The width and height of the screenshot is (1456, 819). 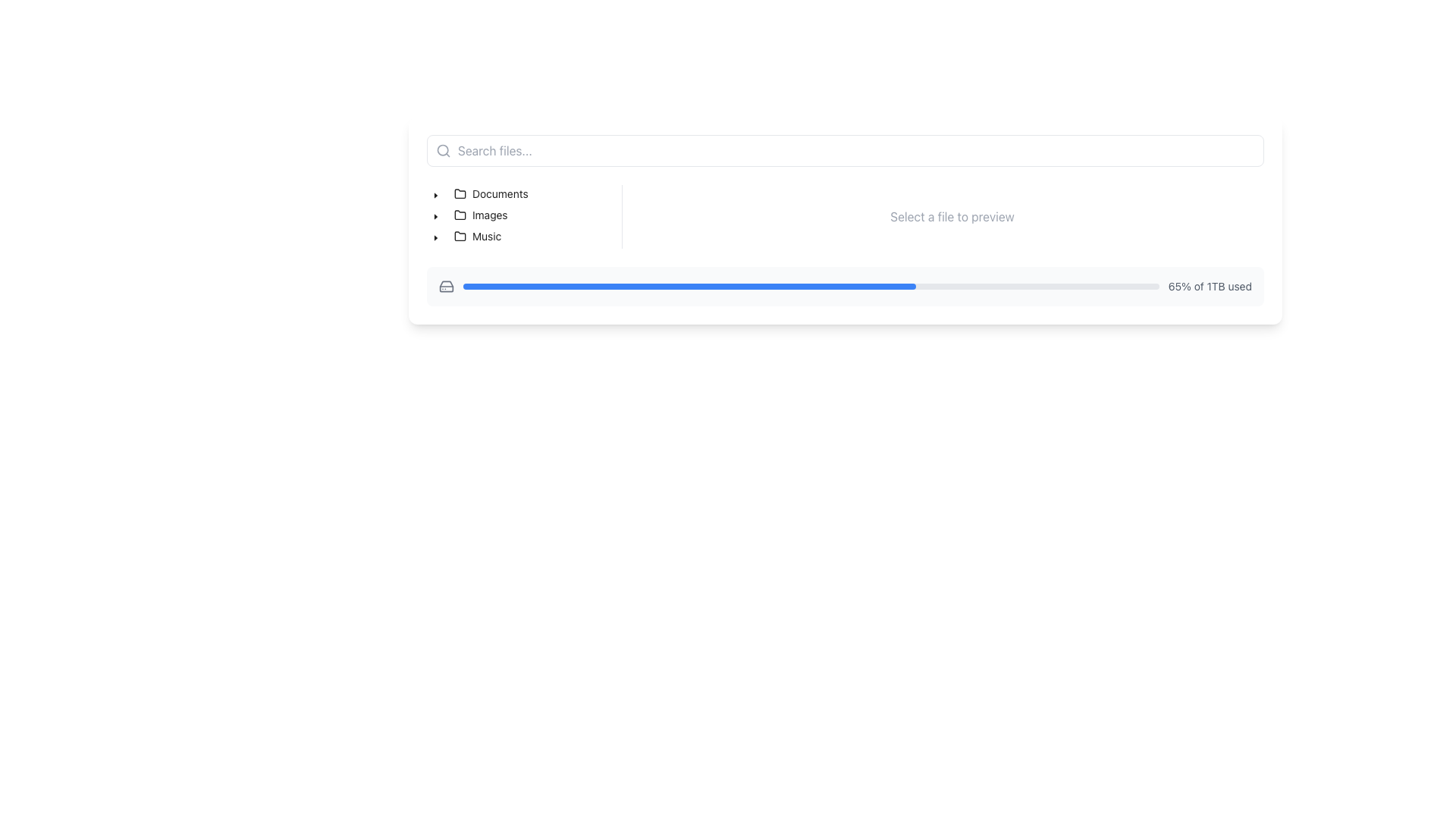 I want to click on the triangular expander toggle icon, so click(x=435, y=193).